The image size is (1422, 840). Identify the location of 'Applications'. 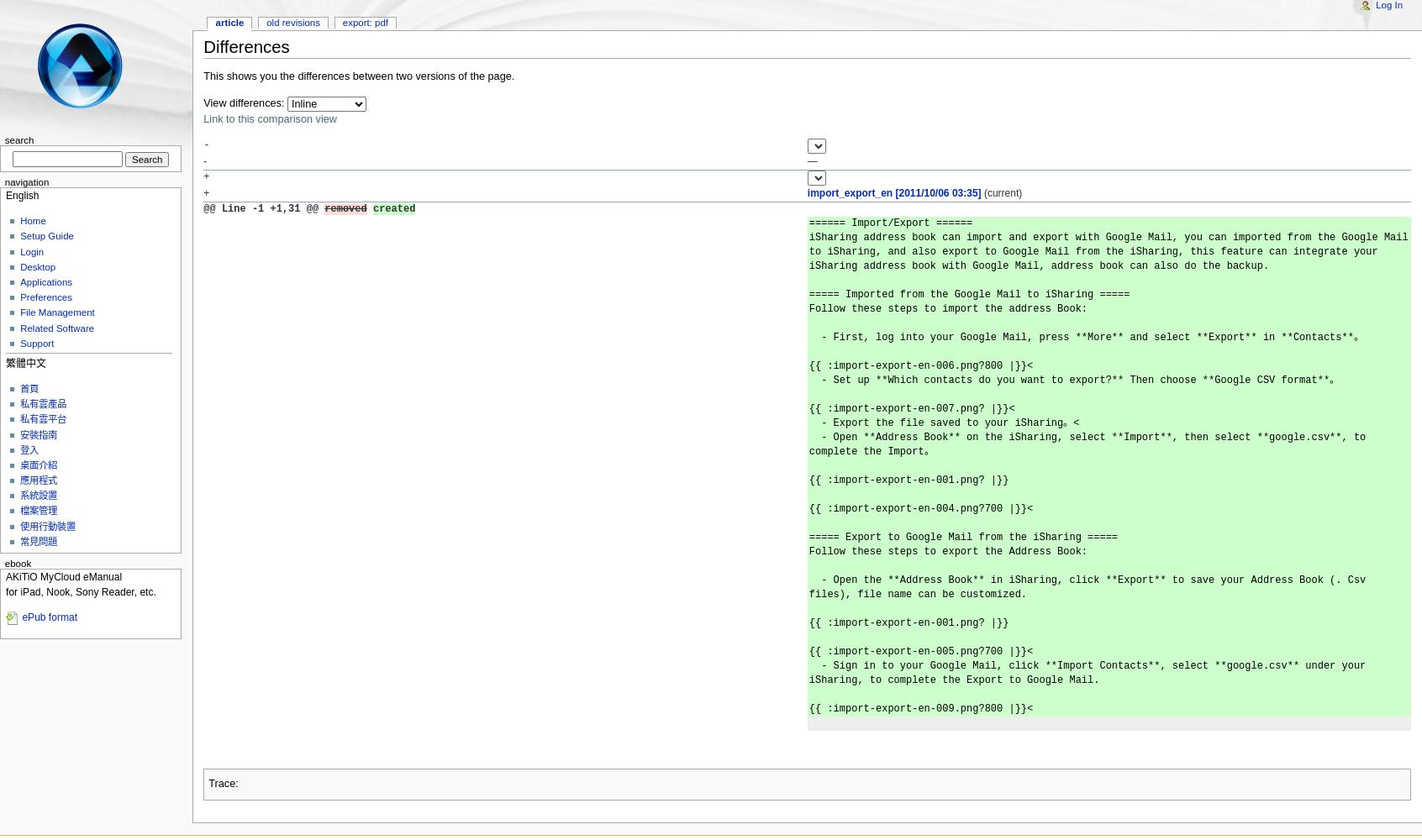
(45, 281).